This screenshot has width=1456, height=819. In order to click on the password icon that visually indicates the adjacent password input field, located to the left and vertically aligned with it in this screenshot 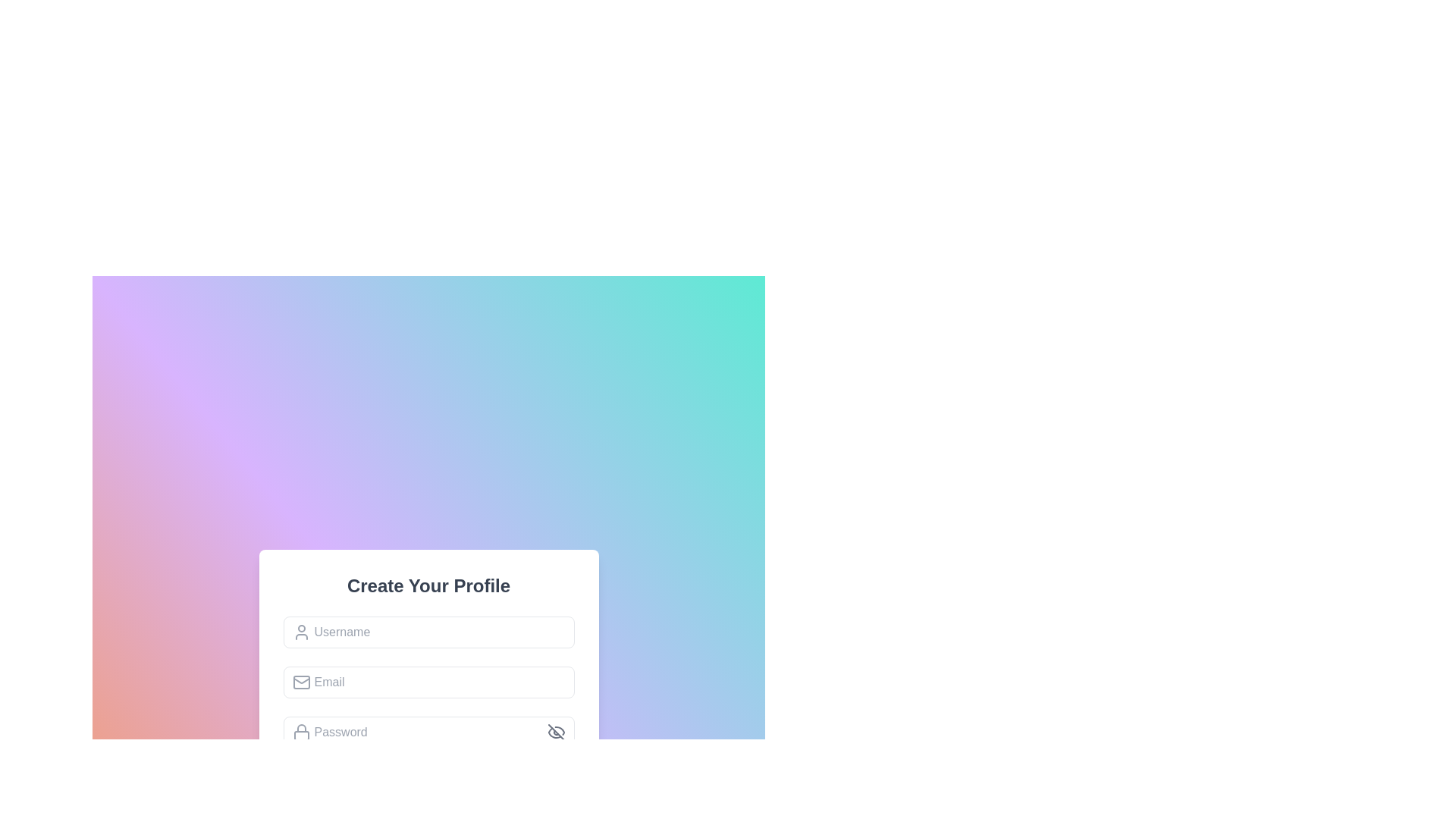, I will do `click(301, 731)`.